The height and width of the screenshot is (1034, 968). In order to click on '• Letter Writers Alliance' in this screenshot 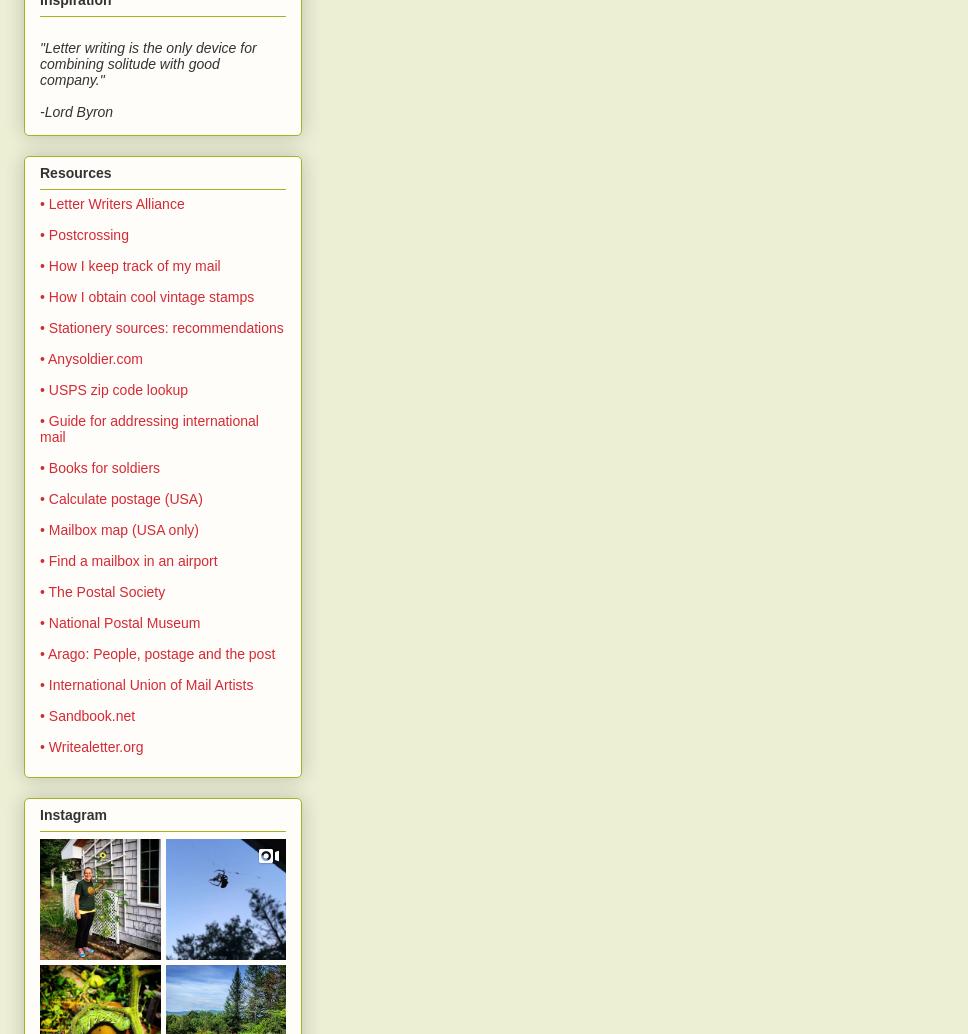, I will do `click(39, 202)`.